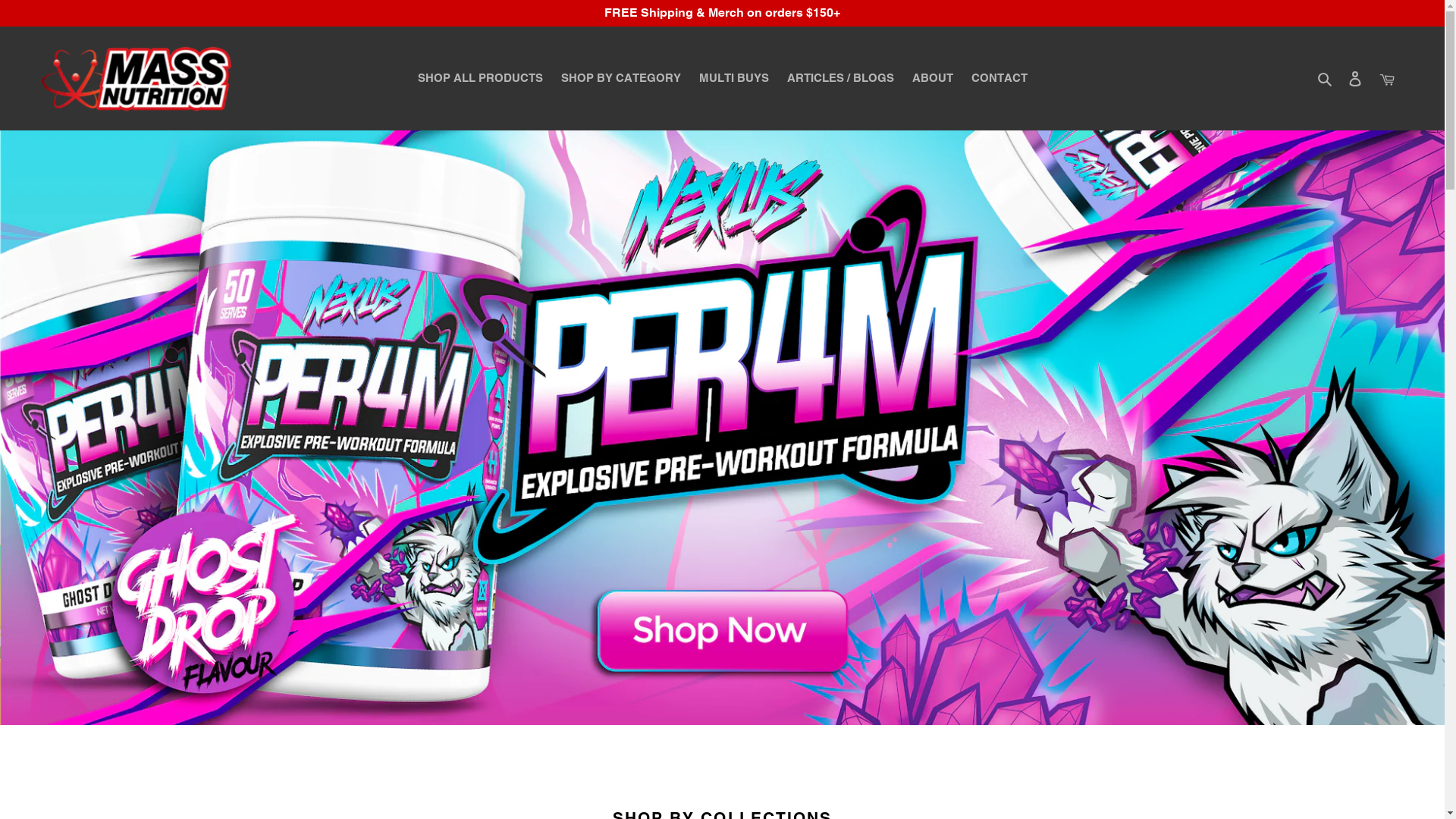 Image resolution: width=1456 pixels, height=819 pixels. I want to click on 'Search', so click(1325, 78).